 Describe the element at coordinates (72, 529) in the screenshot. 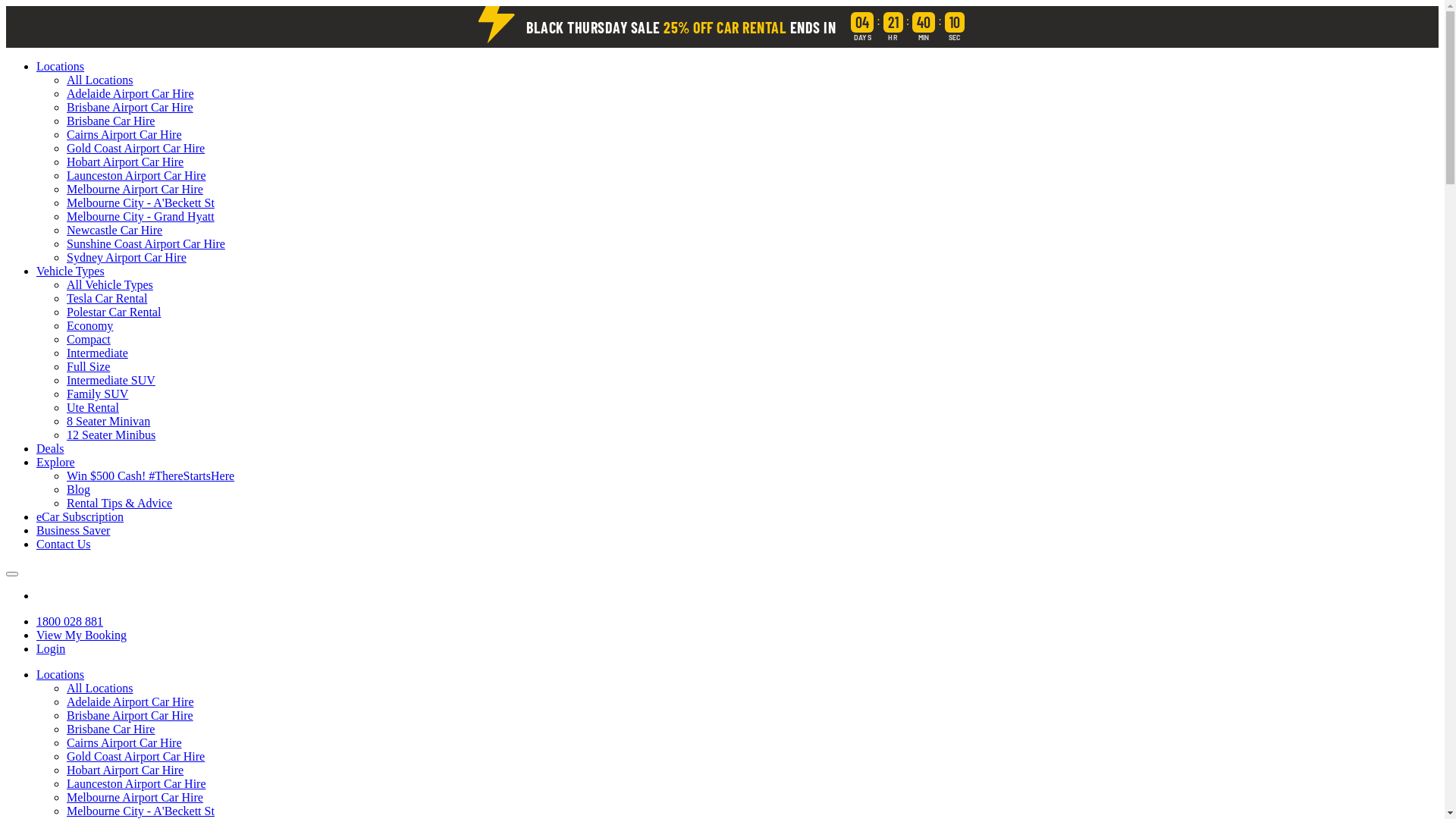

I see `'Business Saver'` at that location.